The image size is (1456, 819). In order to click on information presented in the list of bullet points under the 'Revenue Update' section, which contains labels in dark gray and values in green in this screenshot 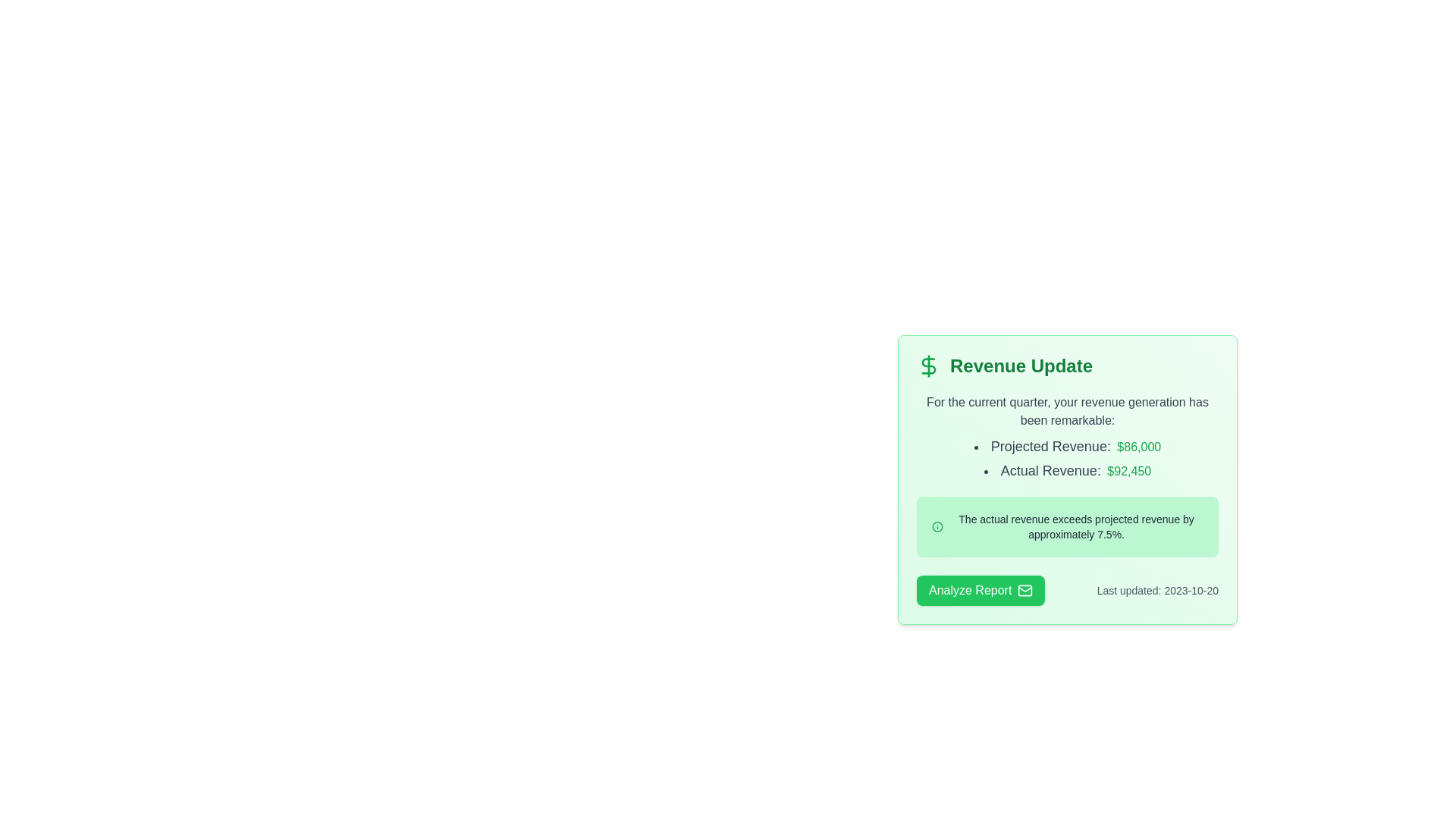, I will do `click(1066, 458)`.